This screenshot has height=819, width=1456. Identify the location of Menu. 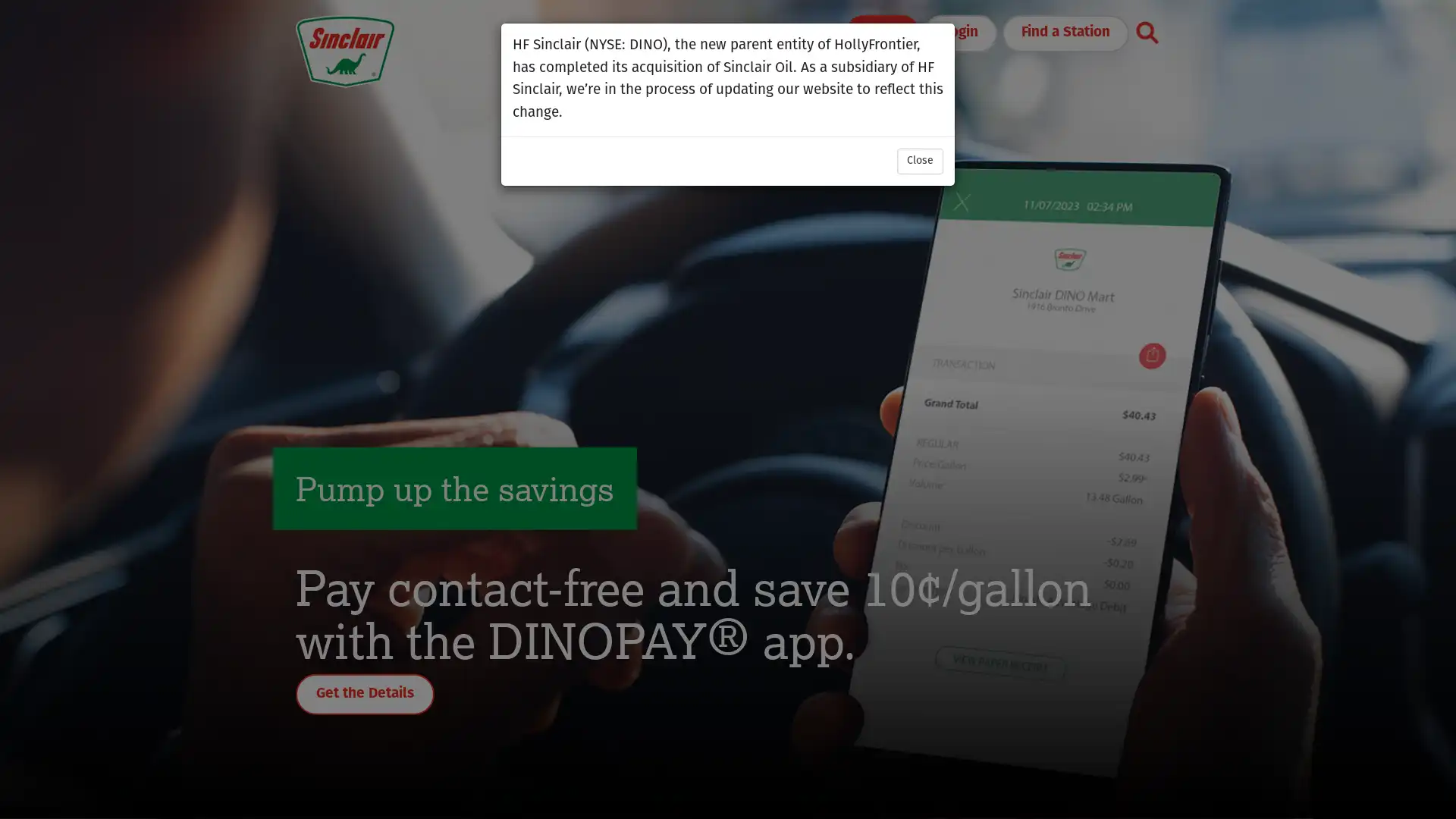
(882, 33).